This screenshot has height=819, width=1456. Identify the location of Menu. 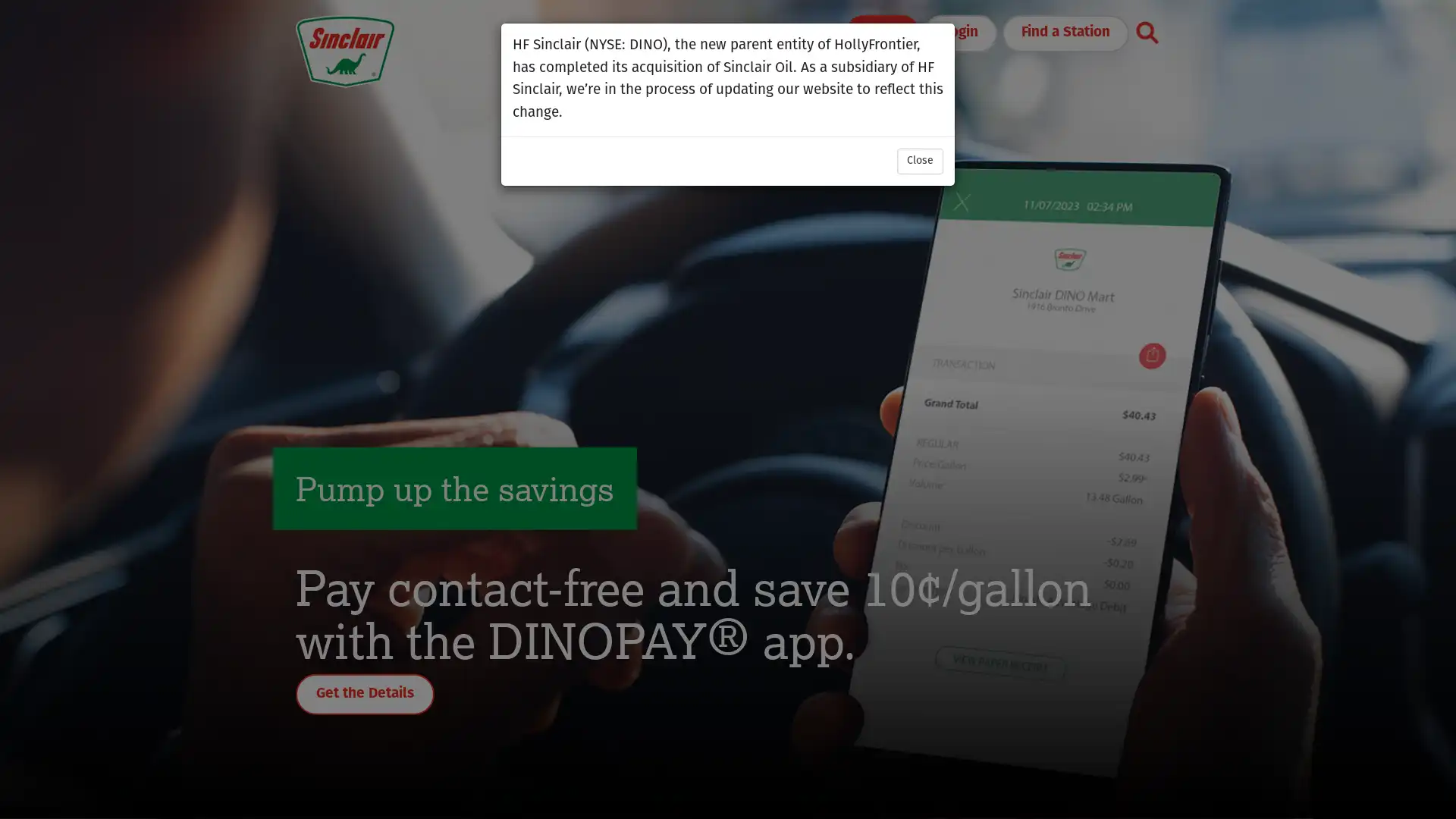
(882, 33).